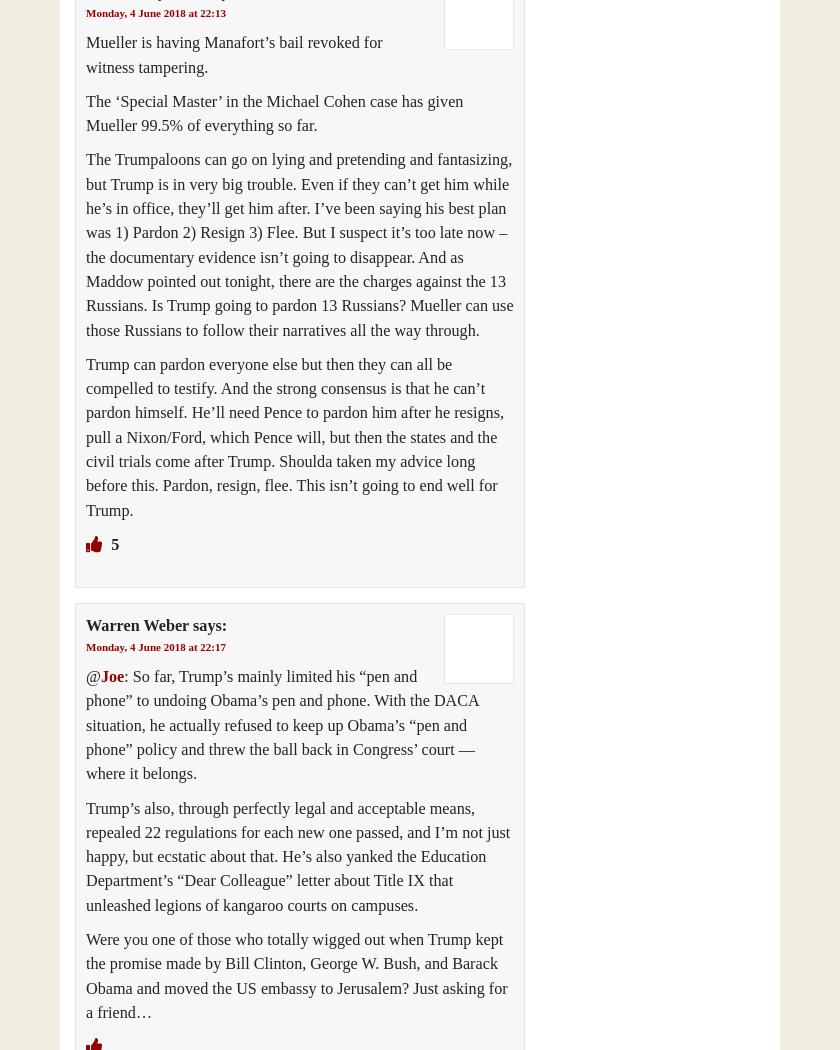 This screenshot has height=1050, width=840. Describe the element at coordinates (298, 856) in the screenshot. I see `'Trump’s also, through perfectly legal and acceptable means, repealed 22 regulations for each new one passed, and I’m not just happy, but ecstatic about that. He’s also yanked the Education Department’s “Dear Colleague” letter about Title IX that unleashed legions of kangaroo courts on campuses.'` at that location.